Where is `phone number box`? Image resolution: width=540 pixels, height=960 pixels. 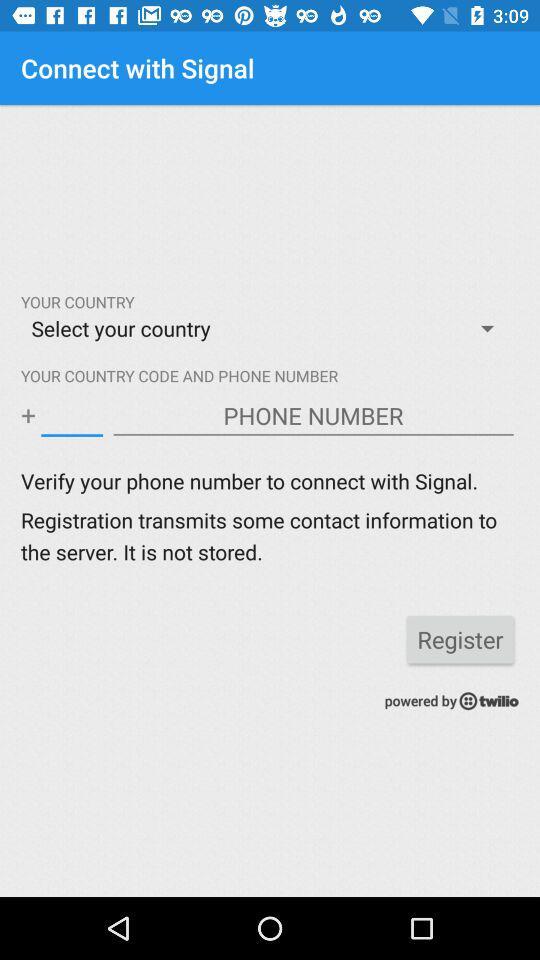 phone number box is located at coordinates (313, 415).